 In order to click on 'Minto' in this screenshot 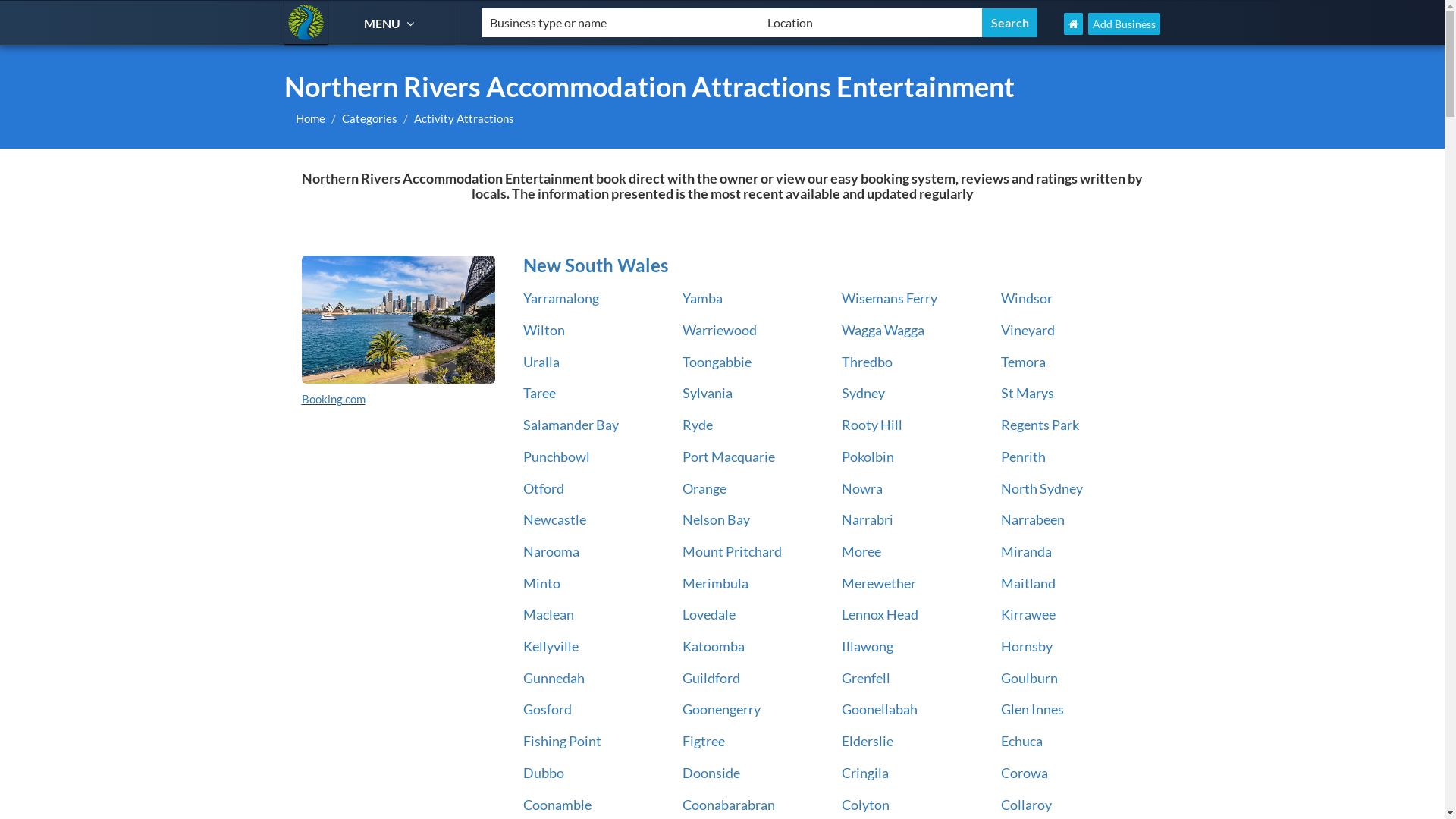, I will do `click(541, 582)`.